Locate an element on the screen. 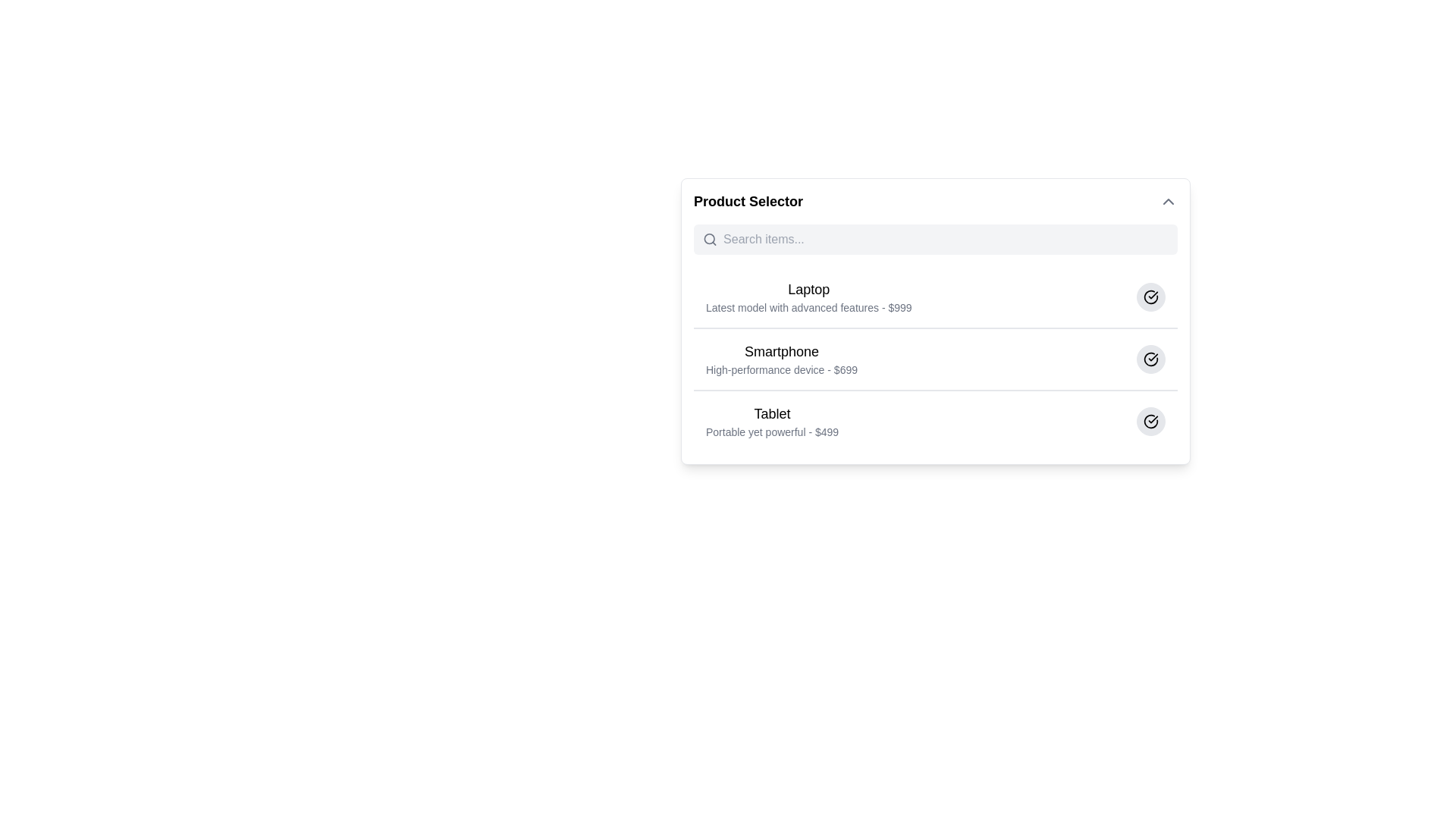 The image size is (1456, 819). the third product list item in the 'Product Selector' is located at coordinates (934, 421).